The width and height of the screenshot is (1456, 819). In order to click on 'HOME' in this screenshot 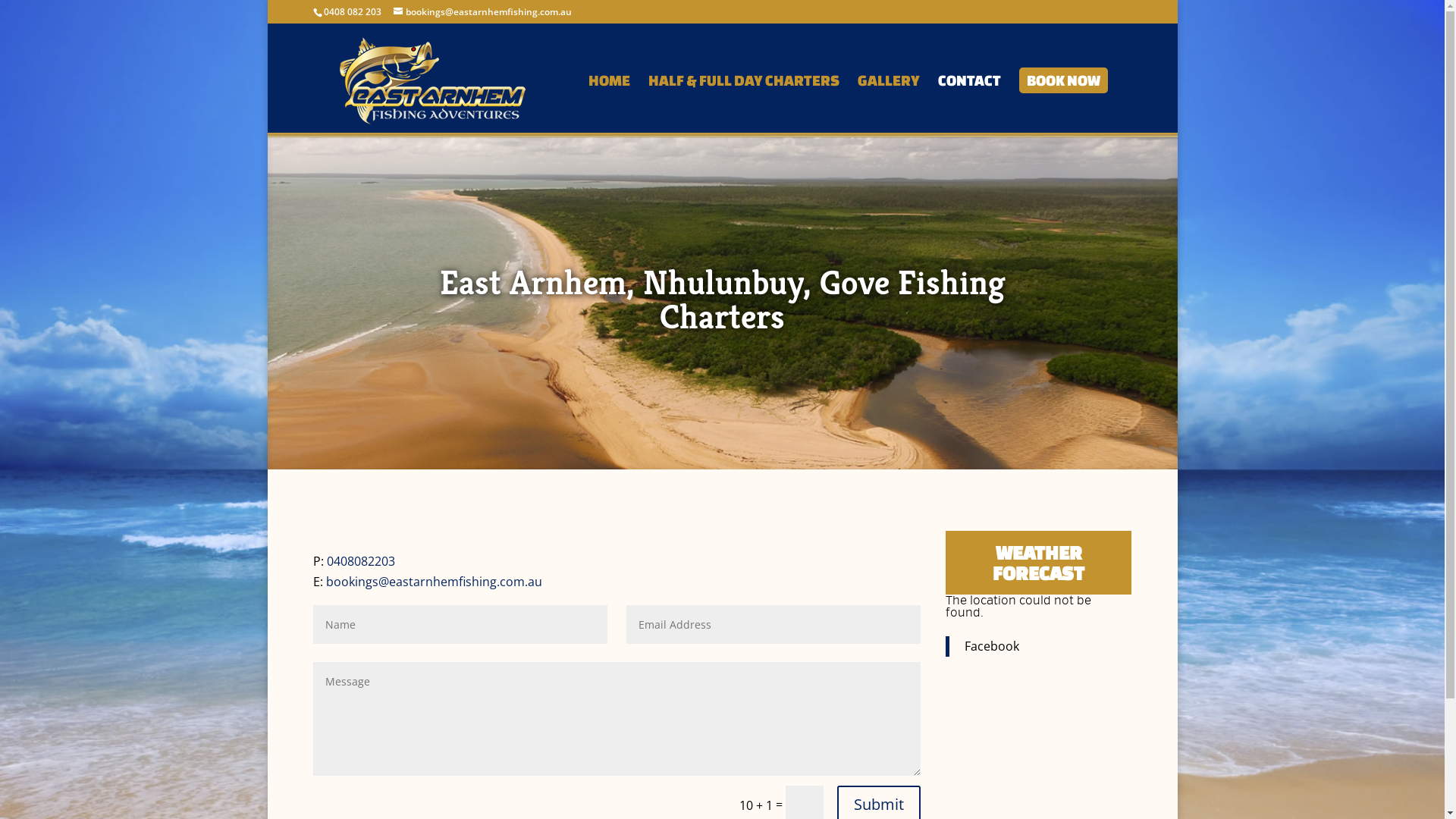, I will do `click(609, 102)`.